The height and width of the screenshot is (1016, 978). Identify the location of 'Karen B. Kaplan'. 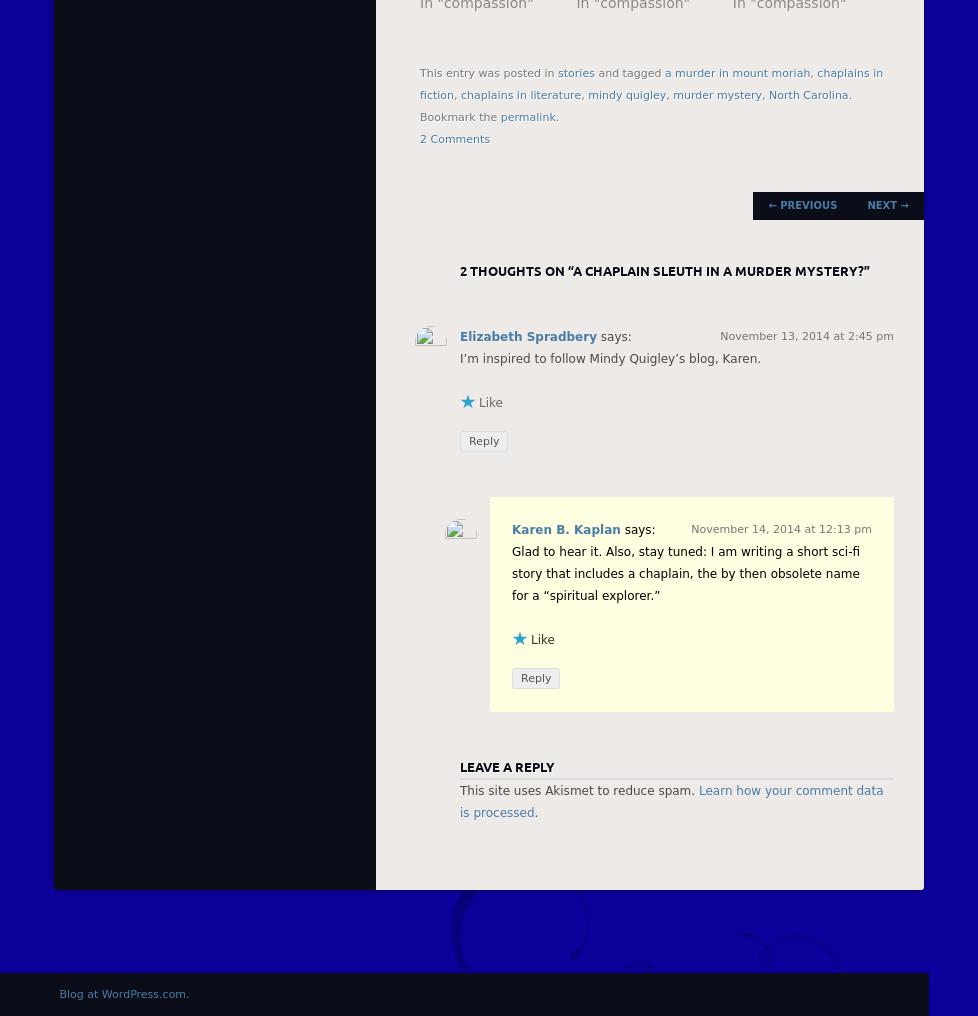
(565, 529).